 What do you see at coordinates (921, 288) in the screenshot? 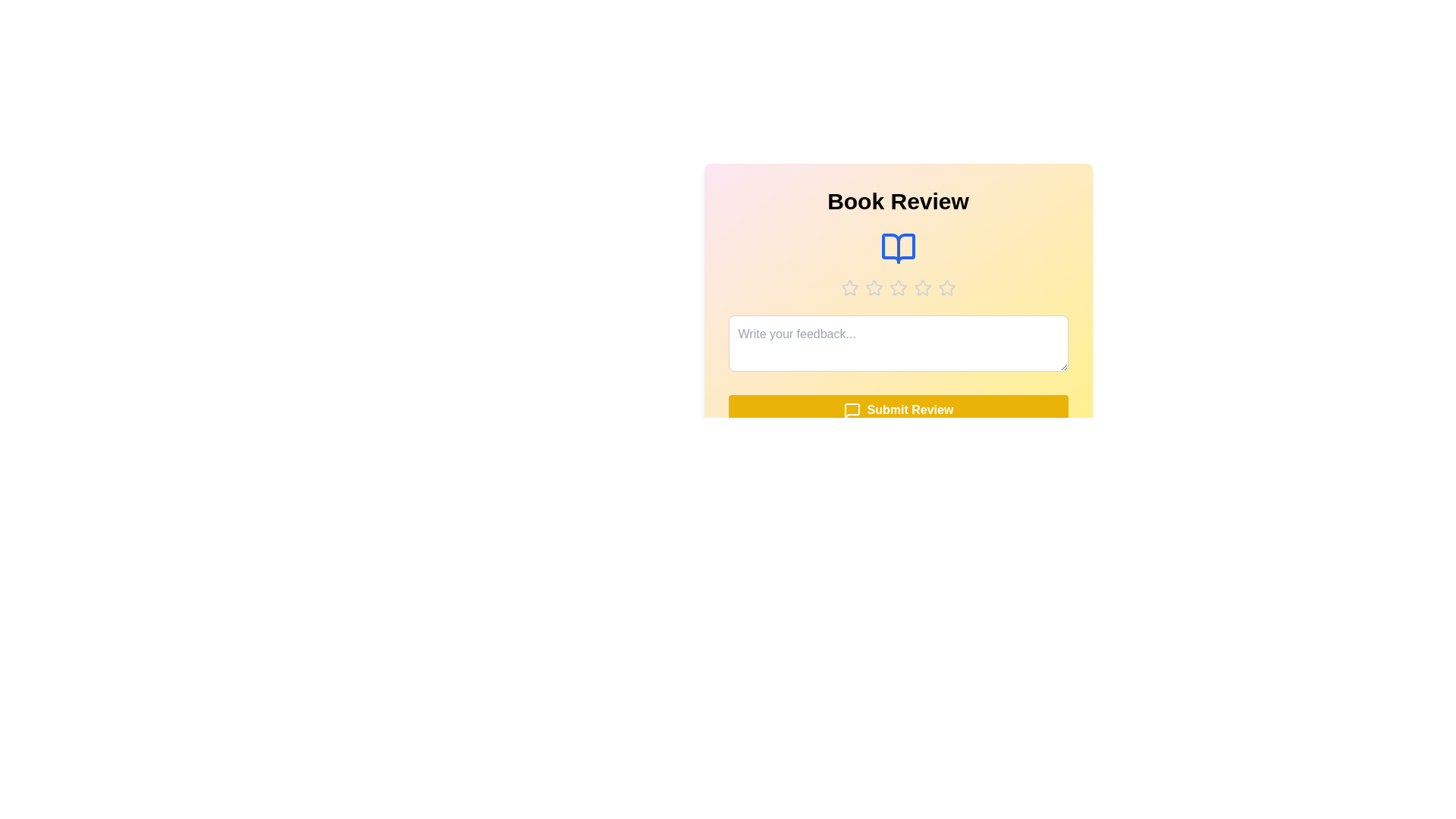
I see `the star corresponding to the desired rating 4` at bounding box center [921, 288].